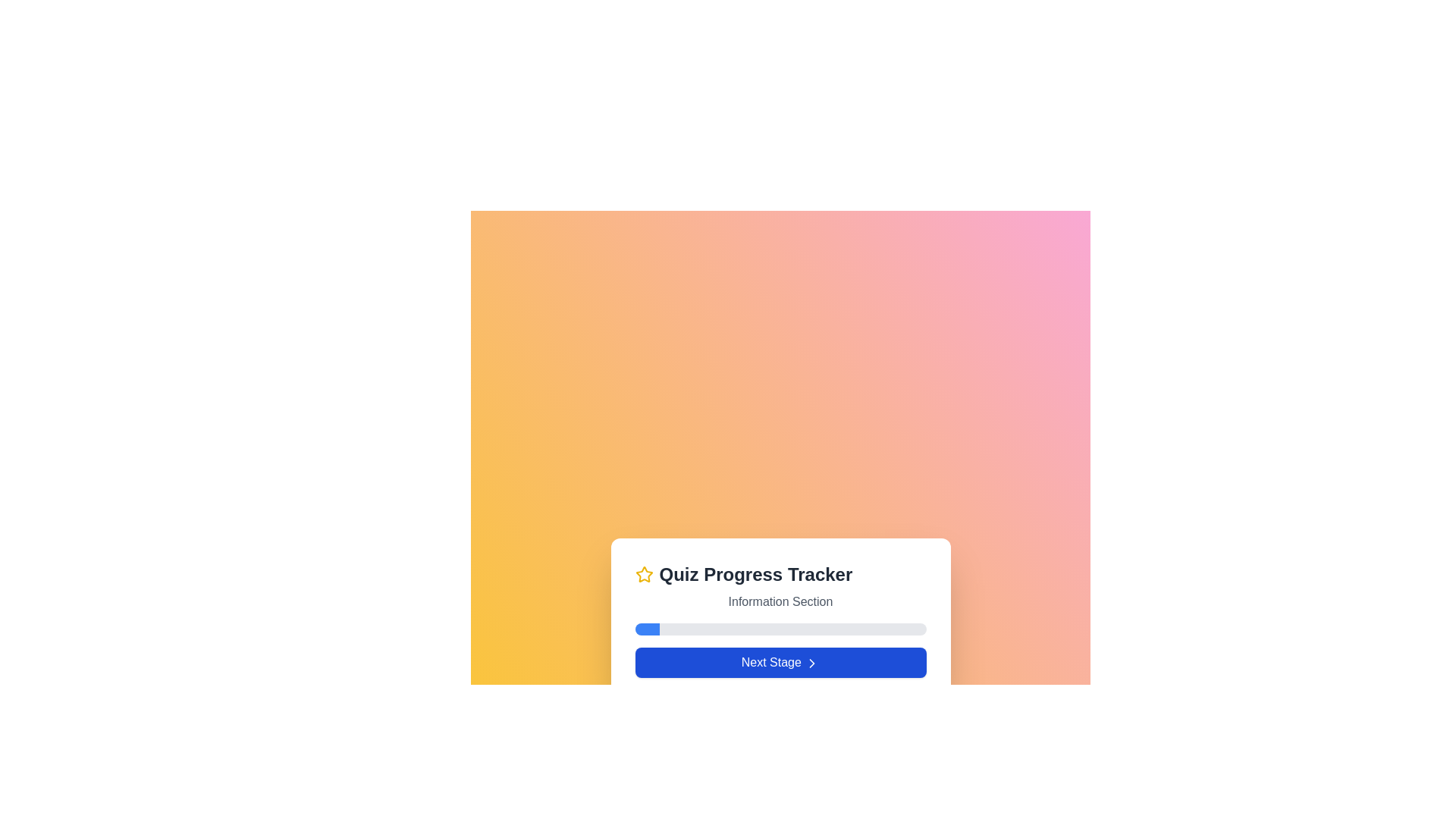 The width and height of the screenshot is (1456, 819). I want to click on the decorative star icon located to the left of the 'Quiz Progress Tracker' and 'Information Section' headings, so click(644, 574).